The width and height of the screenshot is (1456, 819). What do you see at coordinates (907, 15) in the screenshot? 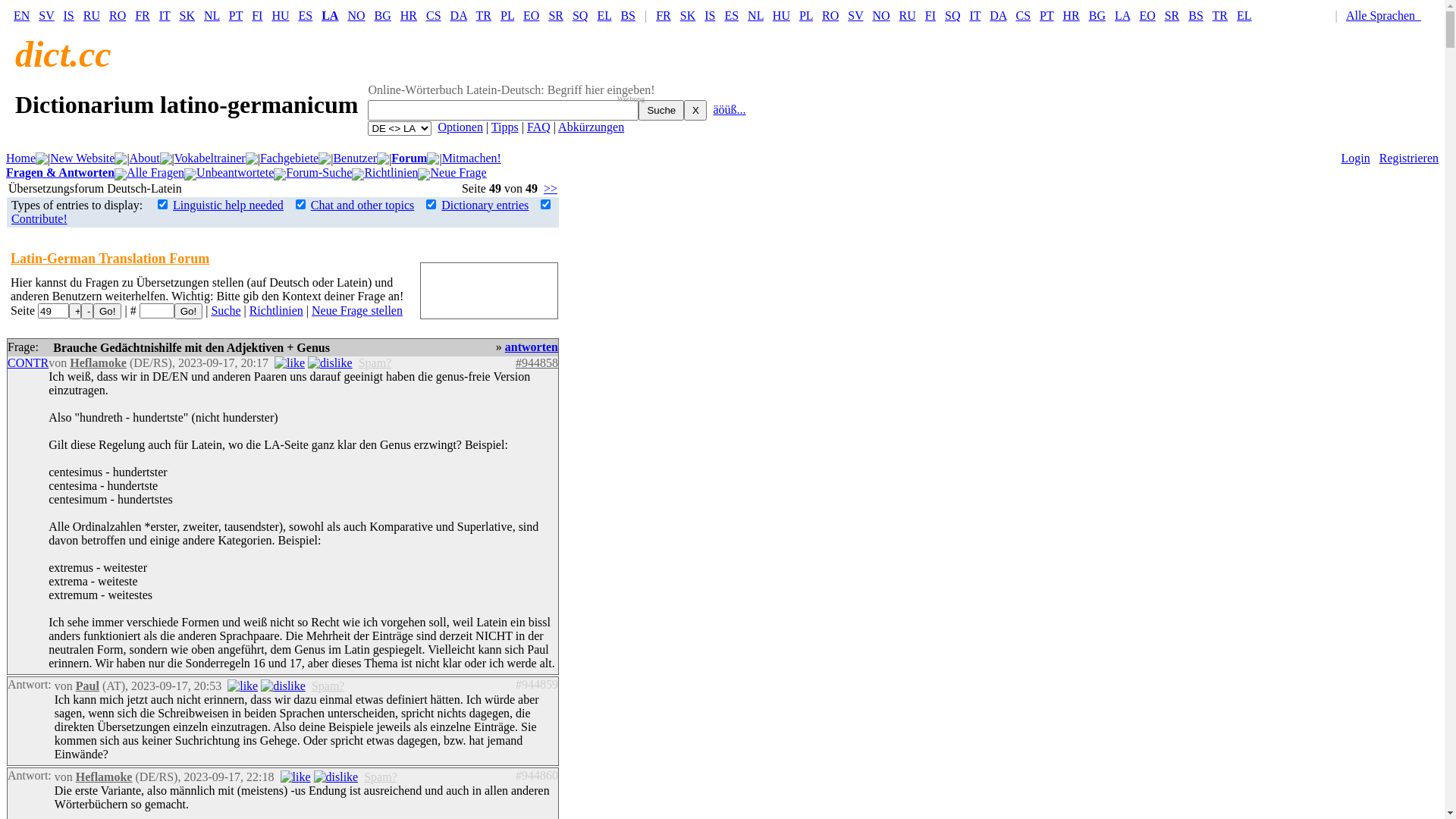
I see `'RU'` at bounding box center [907, 15].